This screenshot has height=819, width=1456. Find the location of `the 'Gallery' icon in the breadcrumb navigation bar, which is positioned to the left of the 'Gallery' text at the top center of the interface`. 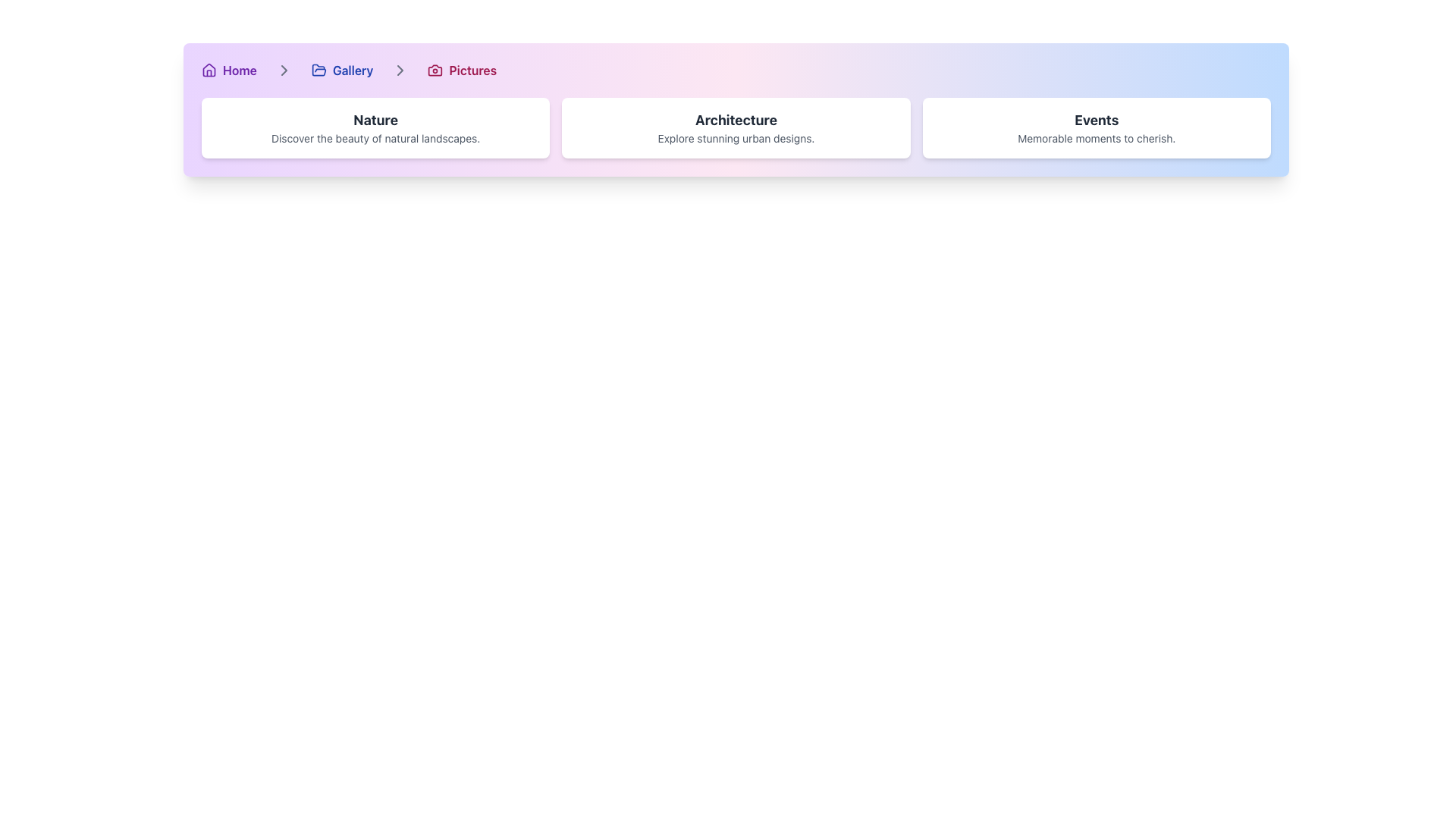

the 'Gallery' icon in the breadcrumb navigation bar, which is positioned to the left of the 'Gallery' text at the top center of the interface is located at coordinates (318, 70).